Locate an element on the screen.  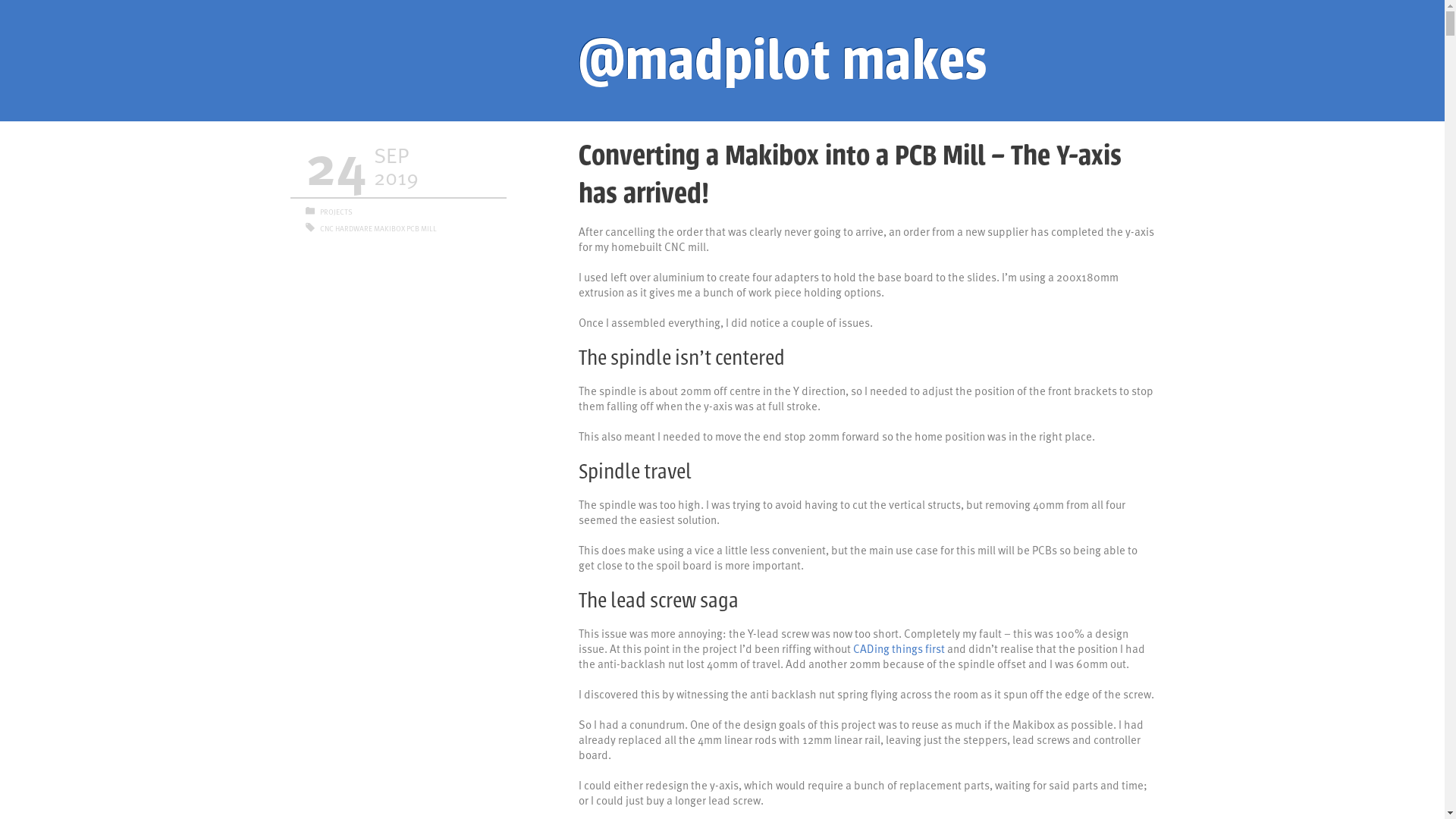
'MAKIBOX' is located at coordinates (388, 227).